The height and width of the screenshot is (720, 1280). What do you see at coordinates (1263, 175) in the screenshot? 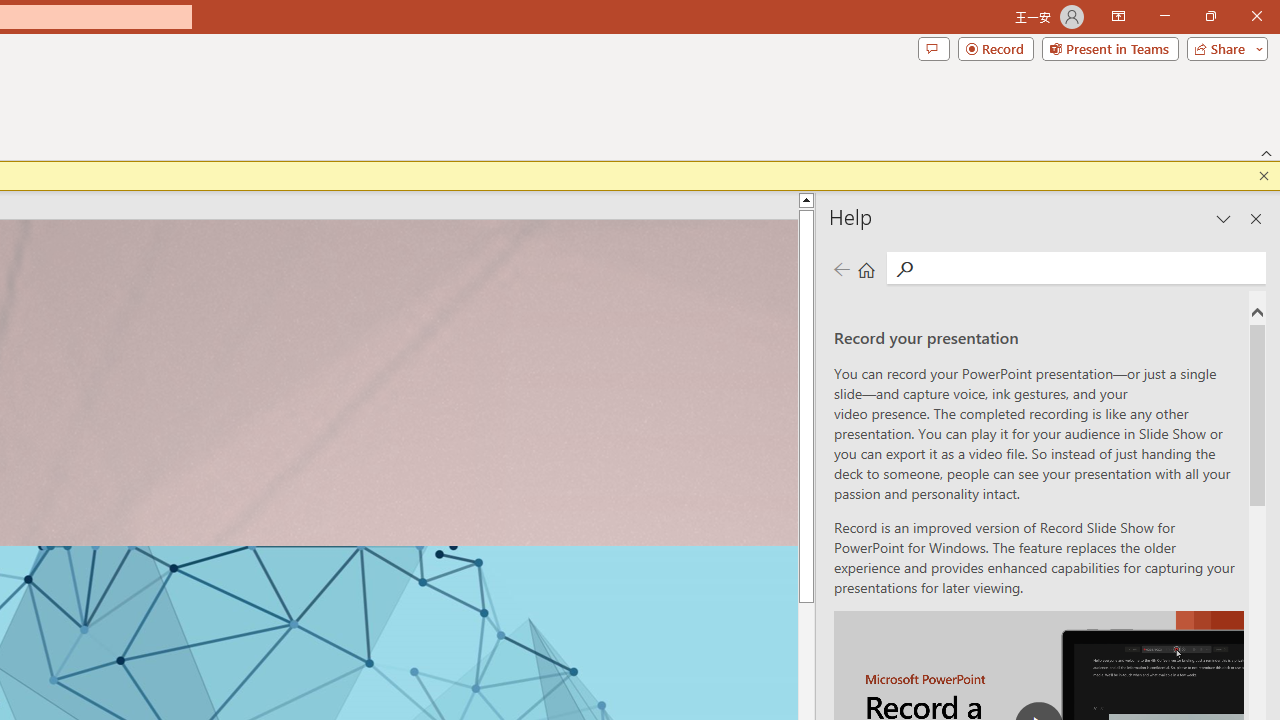
I see `'Close this message'` at bounding box center [1263, 175].